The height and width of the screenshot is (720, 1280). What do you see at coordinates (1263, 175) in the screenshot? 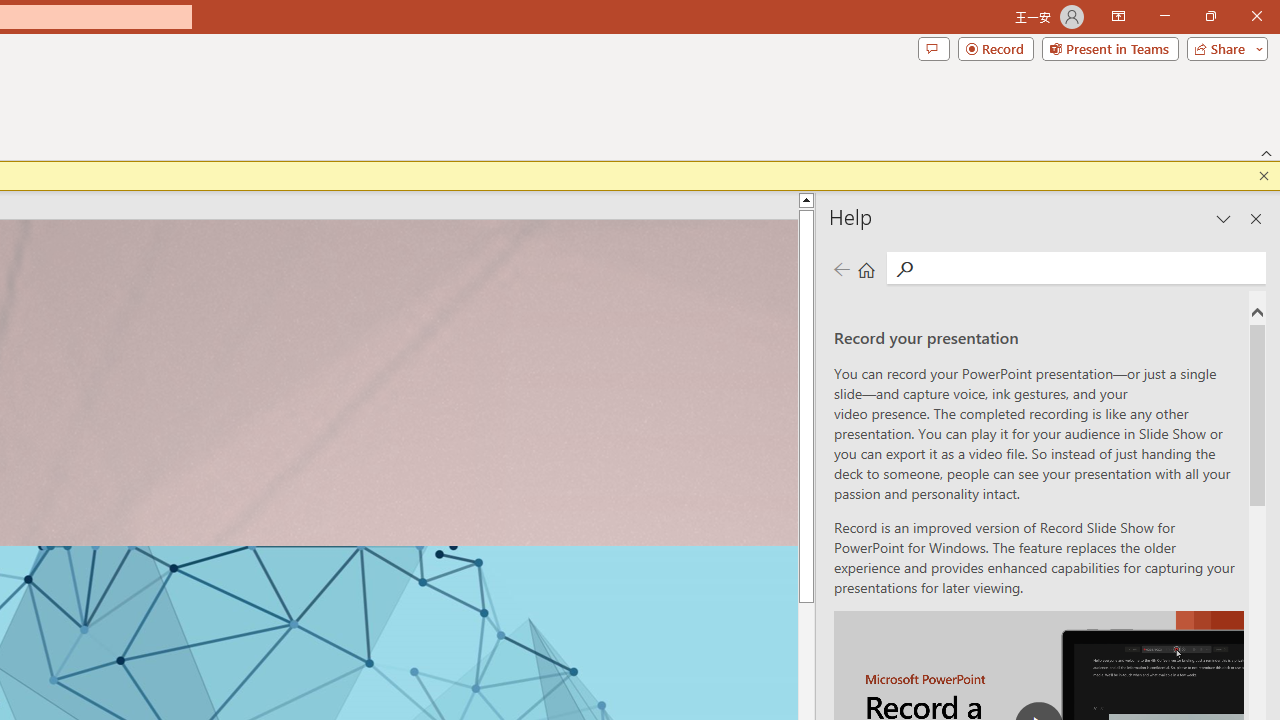
I see `'Close this message'` at bounding box center [1263, 175].